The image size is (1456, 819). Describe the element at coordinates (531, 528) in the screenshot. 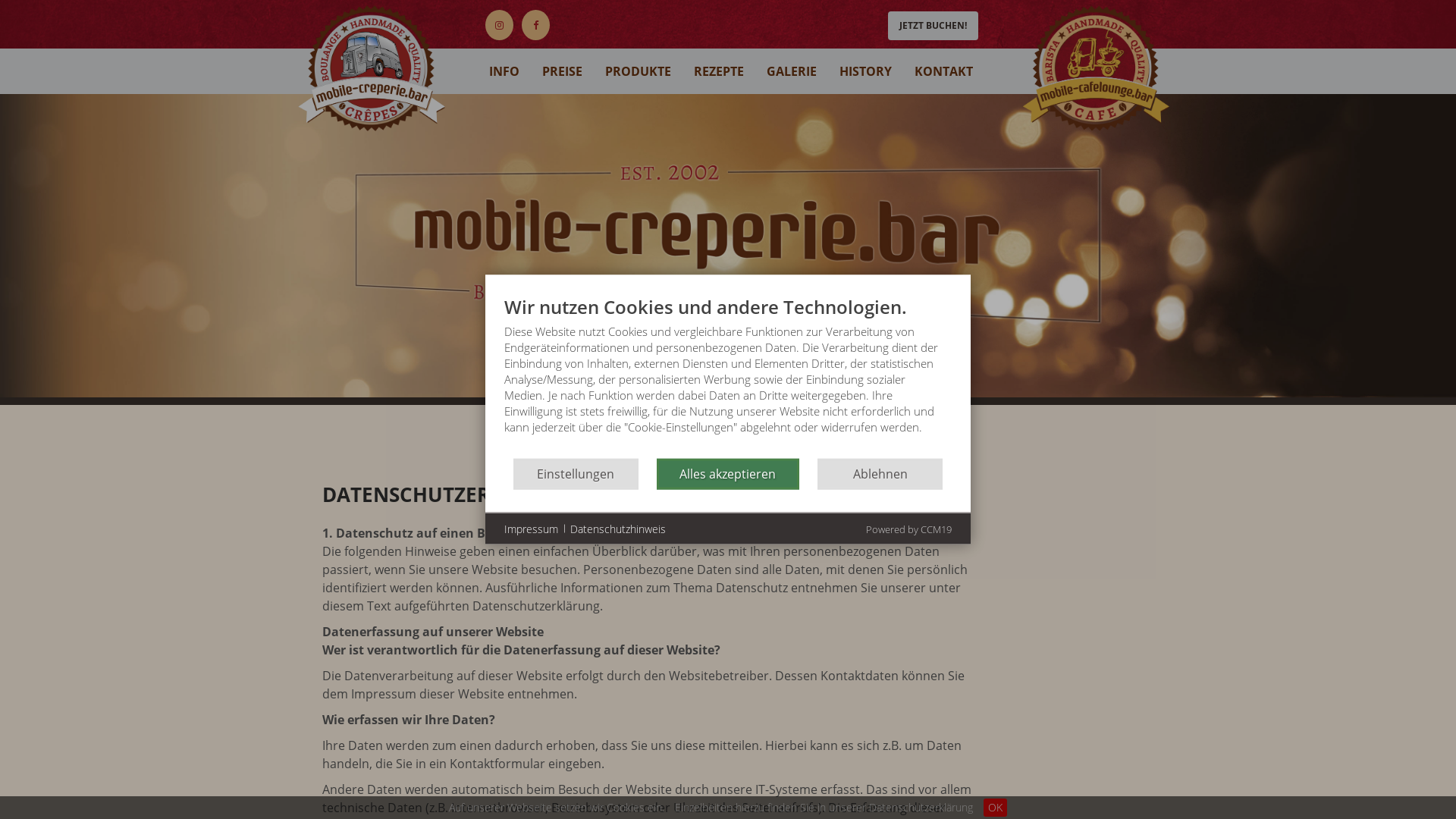

I see `'Impressum'` at that location.